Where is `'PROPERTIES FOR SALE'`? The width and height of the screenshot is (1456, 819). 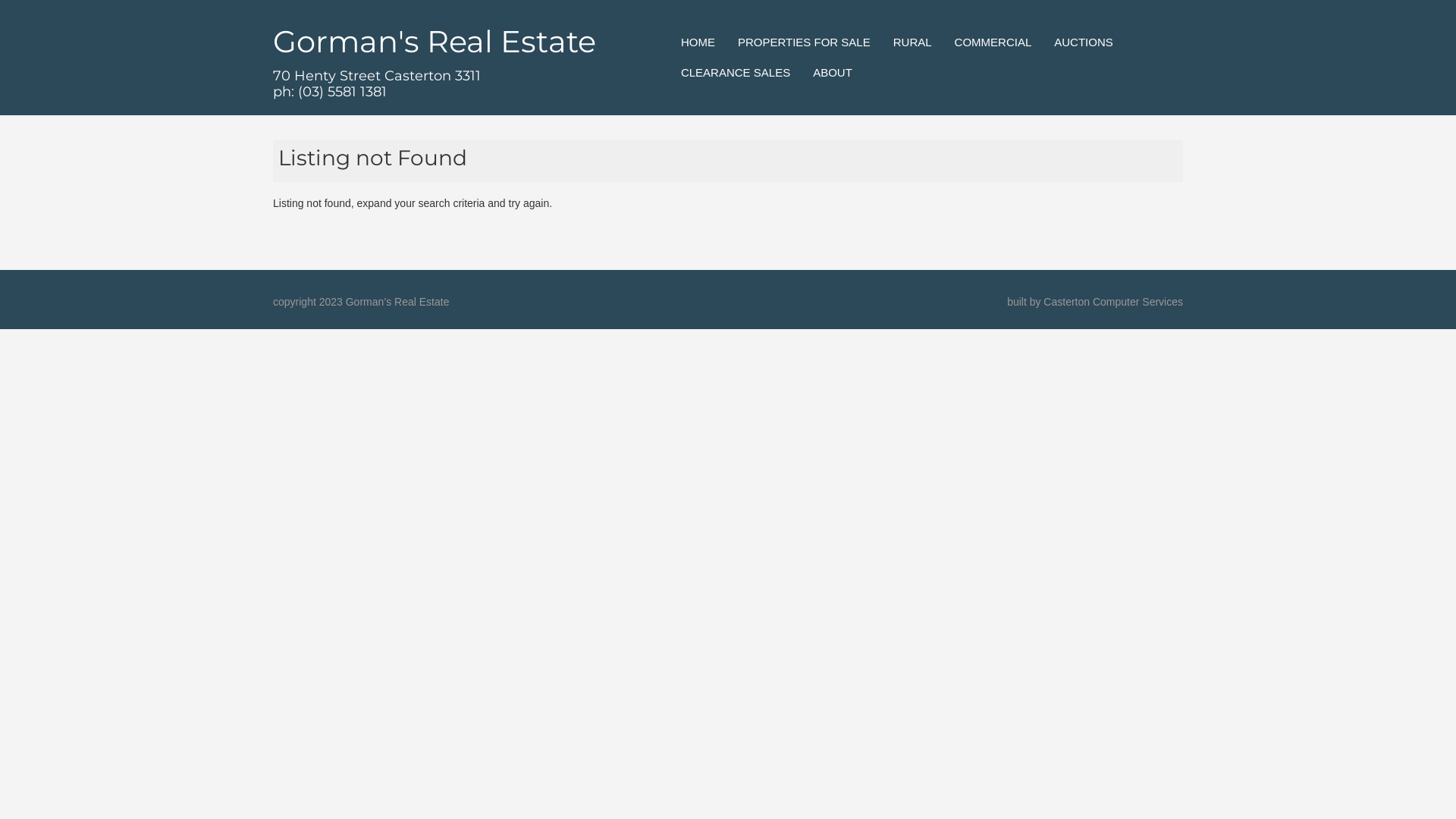 'PROPERTIES FOR SALE' is located at coordinates (738, 42).